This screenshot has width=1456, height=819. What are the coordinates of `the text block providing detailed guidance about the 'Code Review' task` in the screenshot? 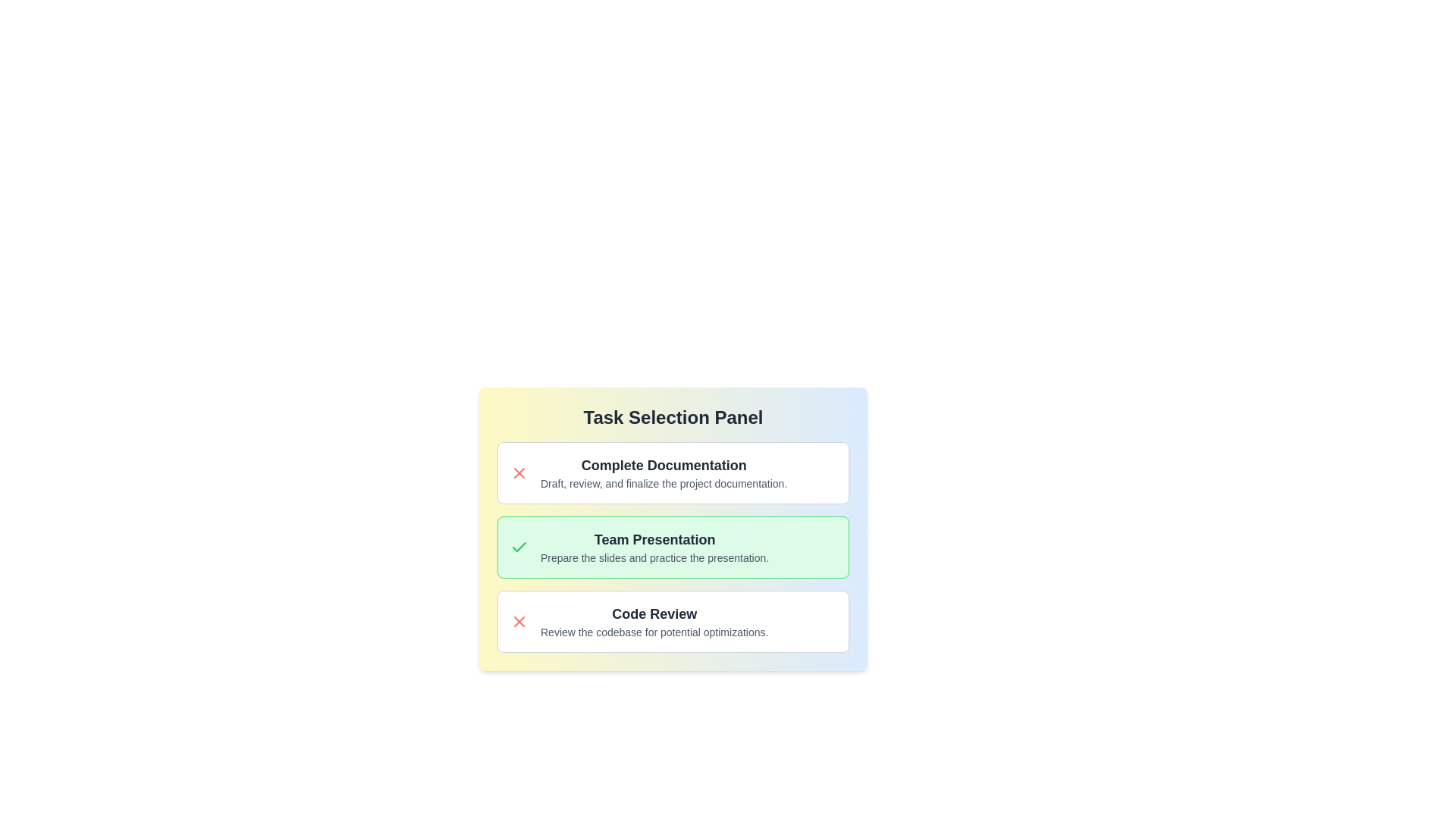 It's located at (654, 632).